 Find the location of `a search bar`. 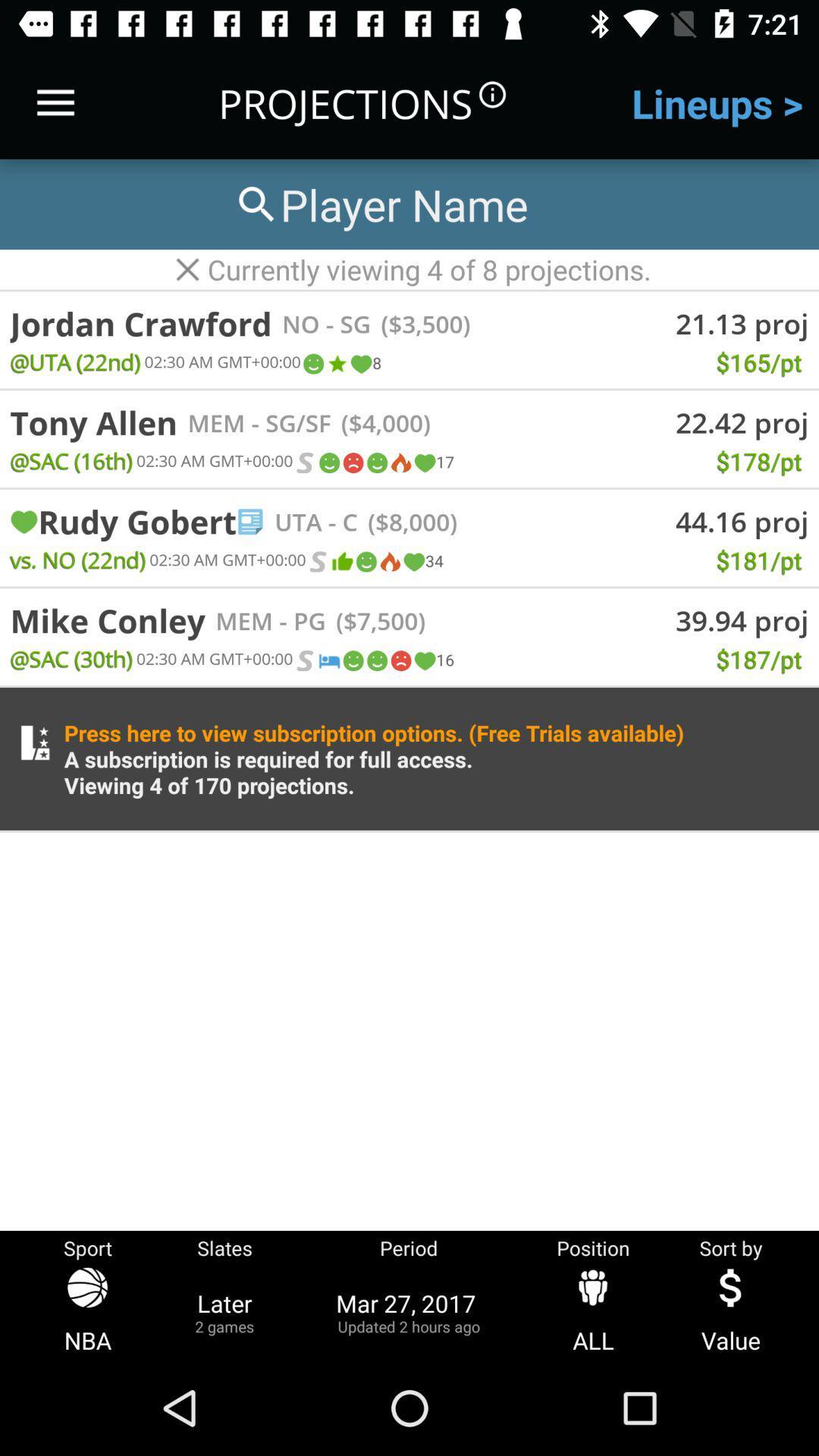

a search bar is located at coordinates (379, 203).